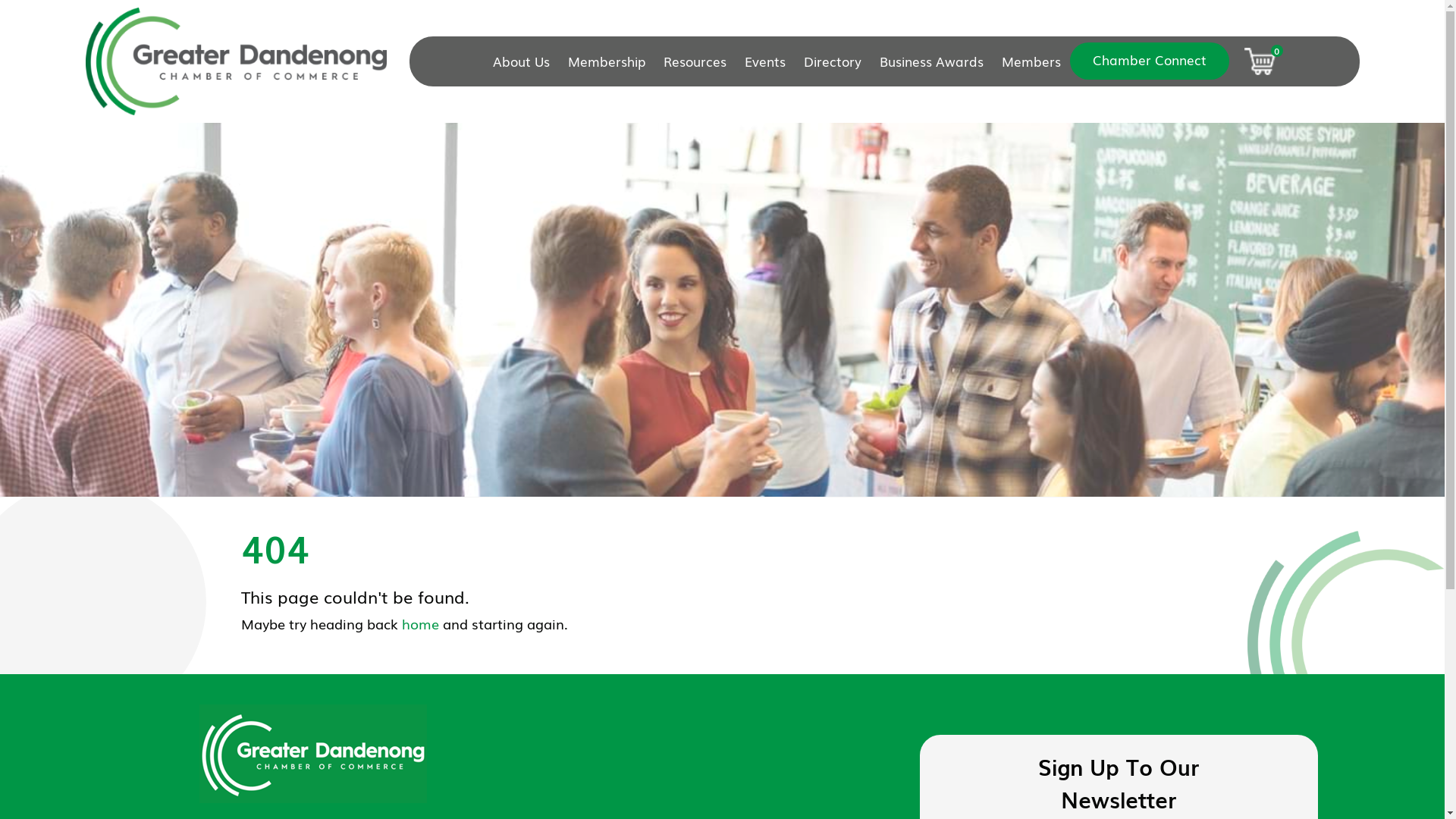 This screenshot has width=1456, height=819. What do you see at coordinates (526, 61) in the screenshot?
I see `'About Us'` at bounding box center [526, 61].